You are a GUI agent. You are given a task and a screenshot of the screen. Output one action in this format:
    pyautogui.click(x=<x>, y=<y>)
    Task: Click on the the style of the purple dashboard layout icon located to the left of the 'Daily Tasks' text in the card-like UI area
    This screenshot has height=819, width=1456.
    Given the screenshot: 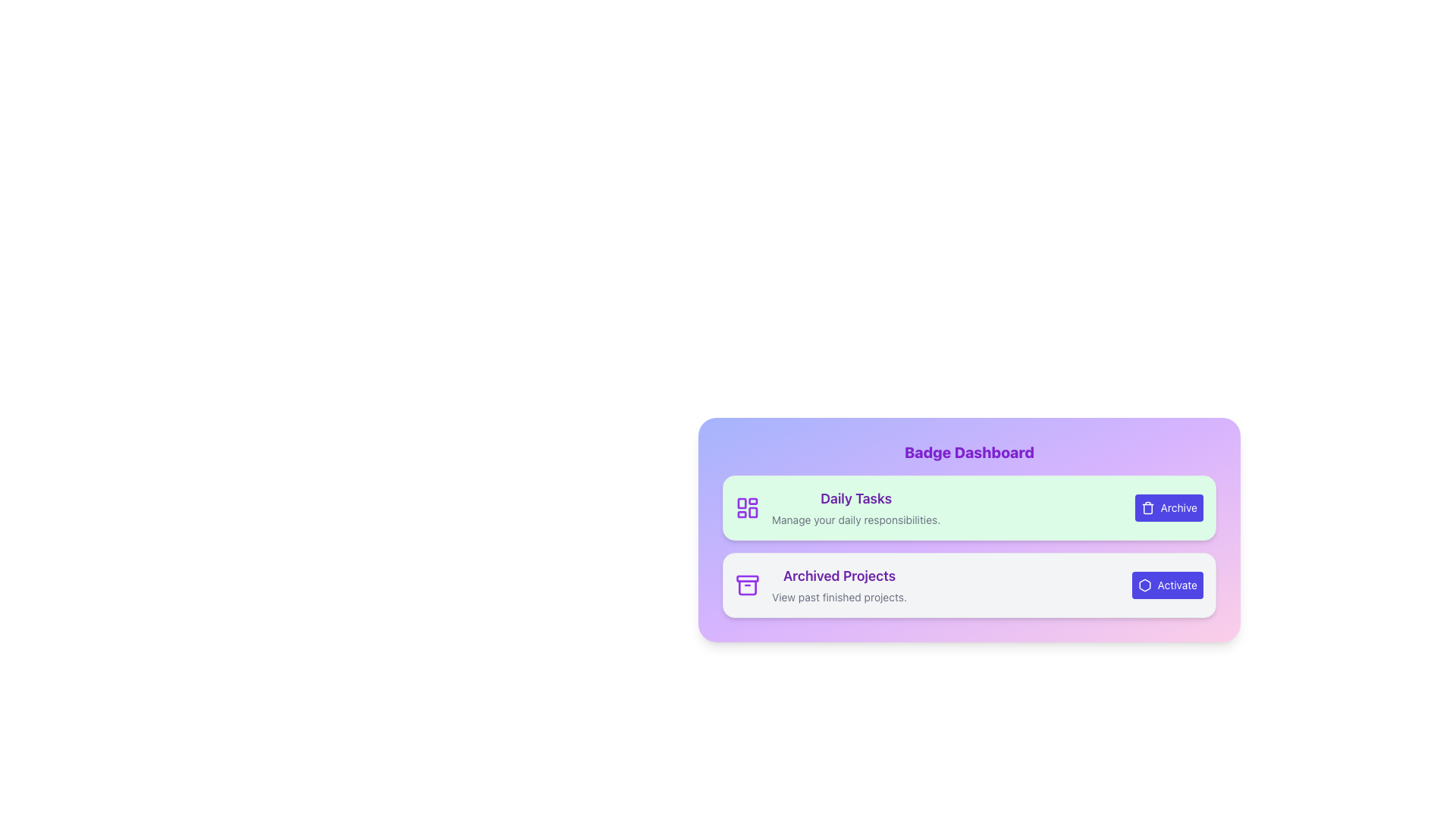 What is the action you would take?
    pyautogui.click(x=747, y=508)
    